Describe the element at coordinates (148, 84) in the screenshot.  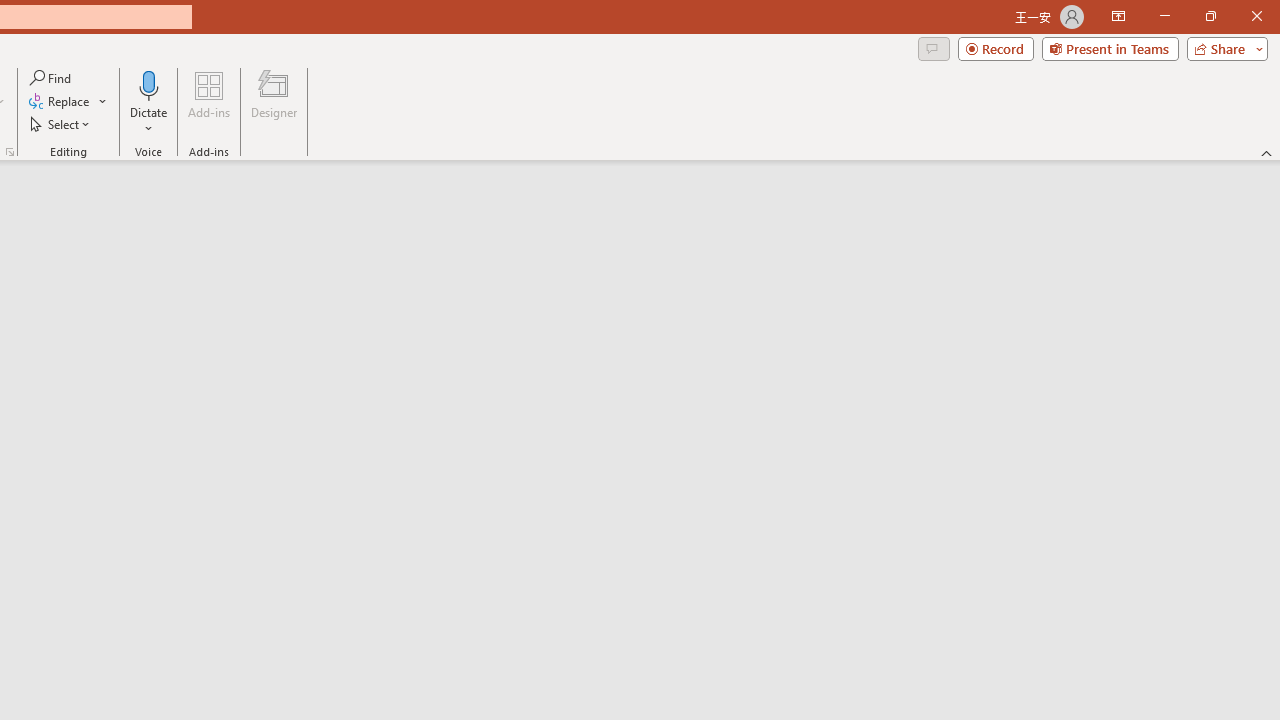
I see `'Dictate'` at that location.